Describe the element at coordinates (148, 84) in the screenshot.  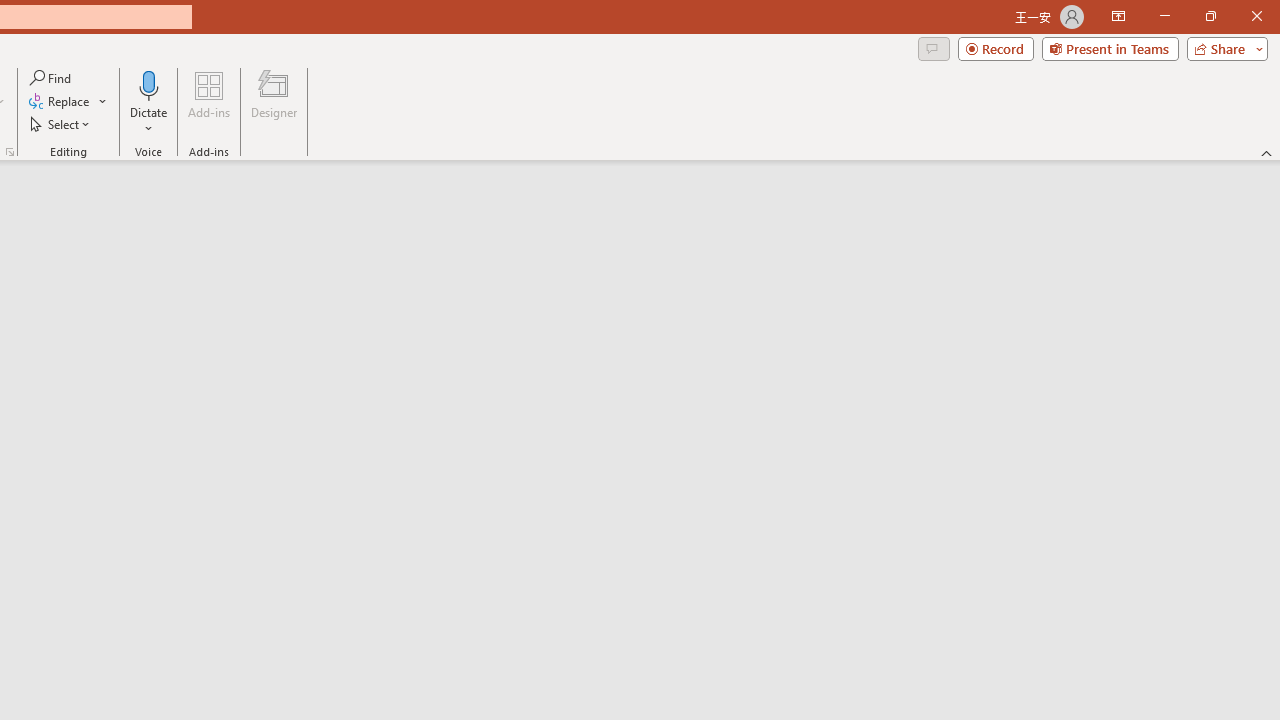
I see `'Dictate'` at that location.